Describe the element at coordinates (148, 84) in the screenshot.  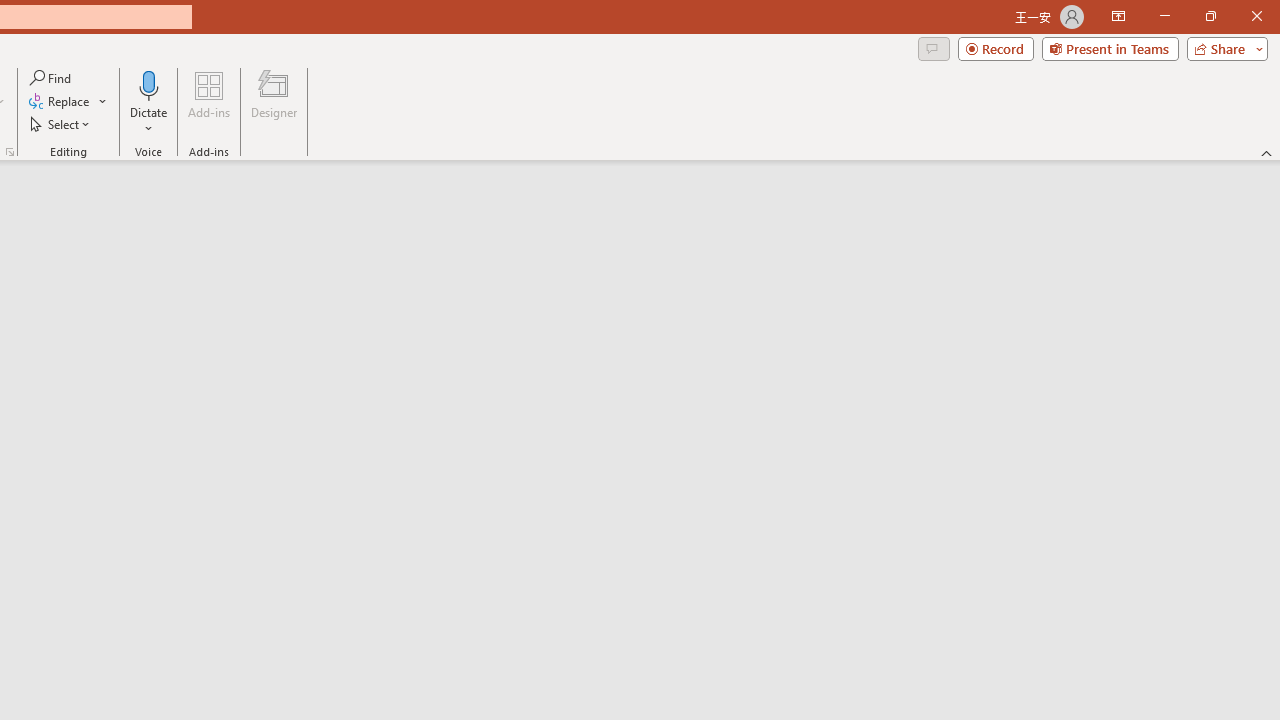
I see `'Dictate'` at that location.